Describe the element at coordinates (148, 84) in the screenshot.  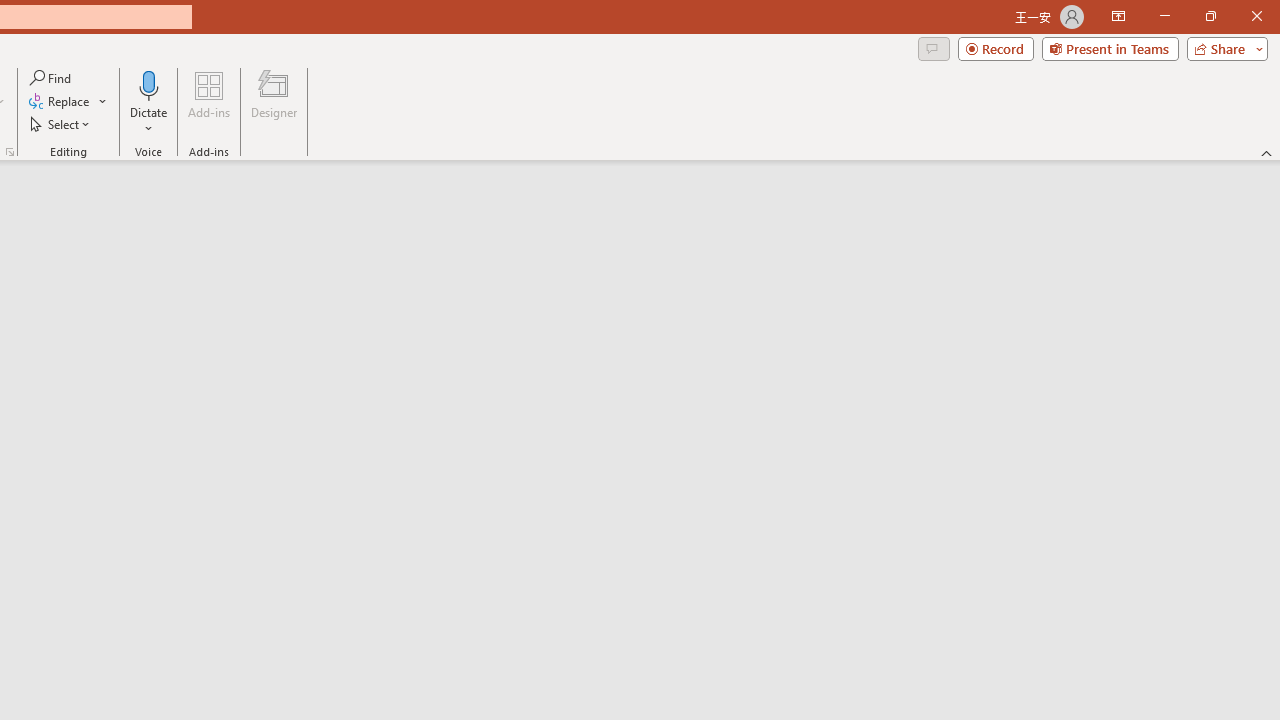
I see `'Dictate'` at that location.